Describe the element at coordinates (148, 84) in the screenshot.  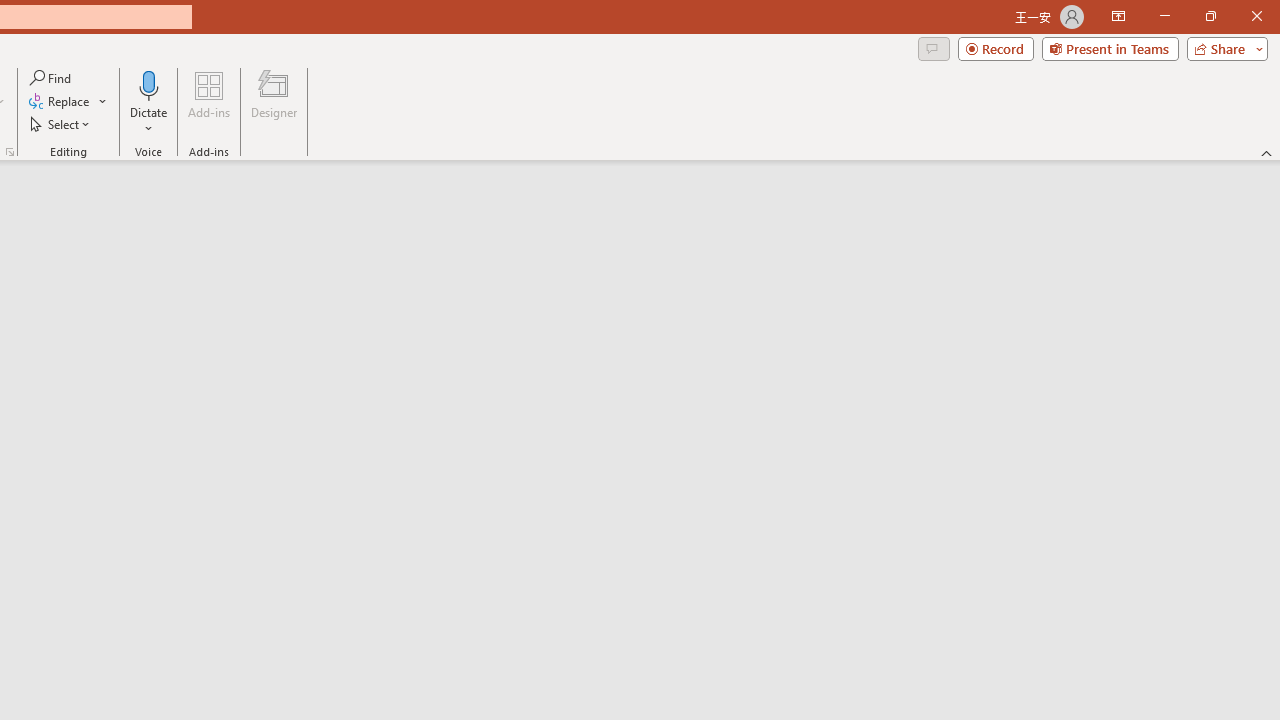
I see `'Dictate'` at that location.